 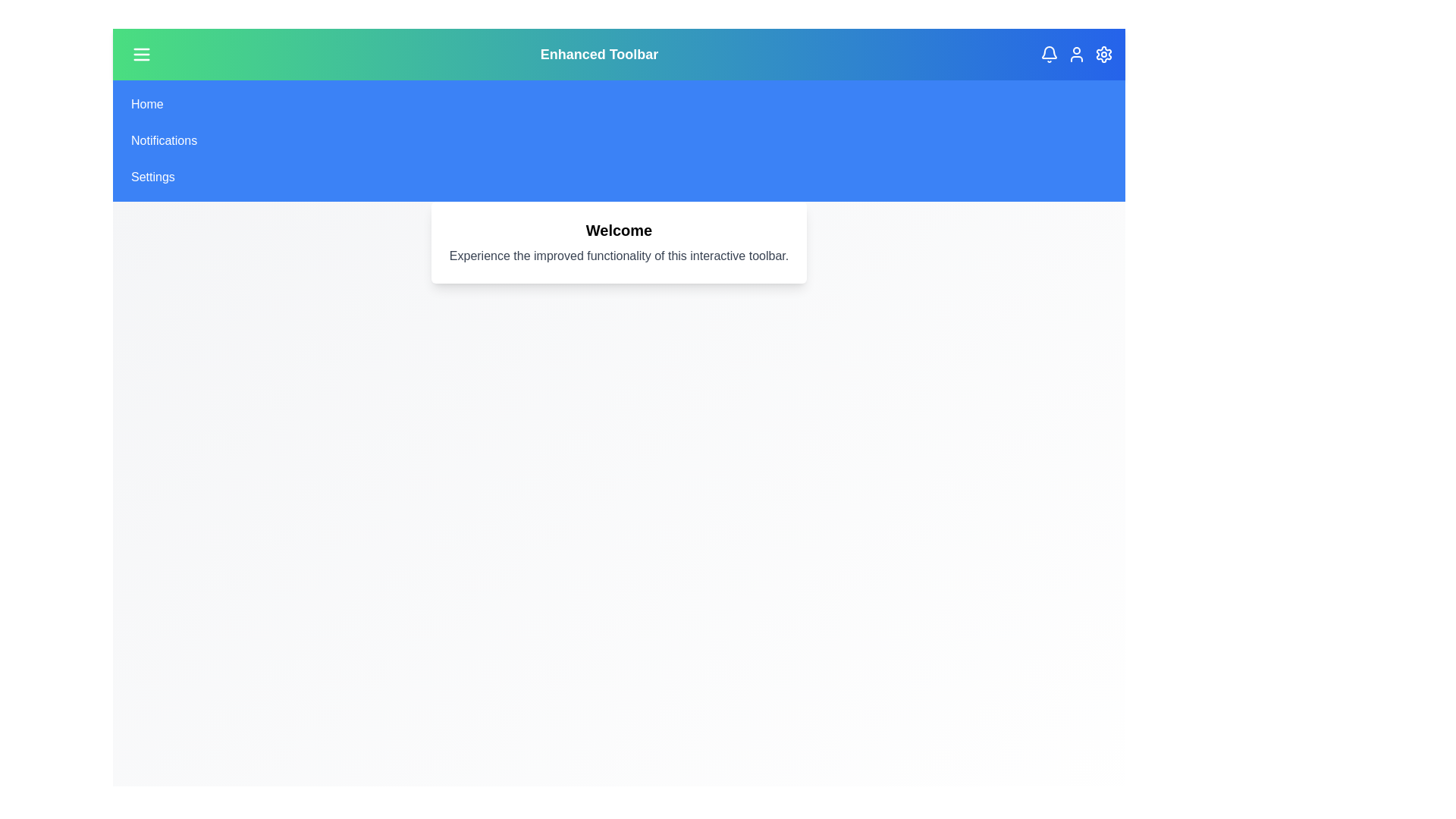 I want to click on the interactive element user_icon, so click(x=1076, y=54).